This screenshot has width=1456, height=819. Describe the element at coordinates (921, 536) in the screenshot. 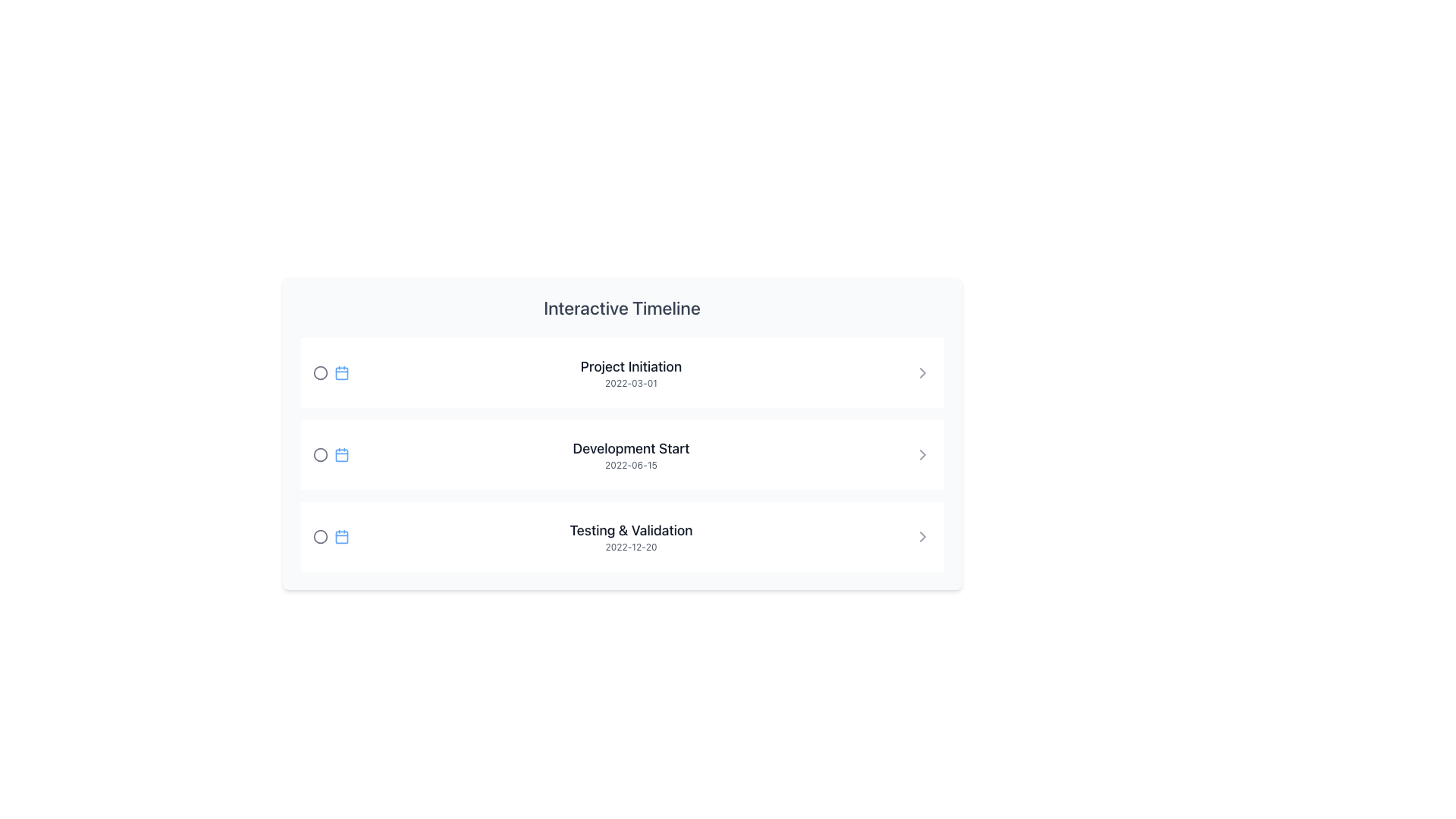

I see `the rightward-facing chevron icon in the 'Testing & Validation' section of the timeline interface` at that location.